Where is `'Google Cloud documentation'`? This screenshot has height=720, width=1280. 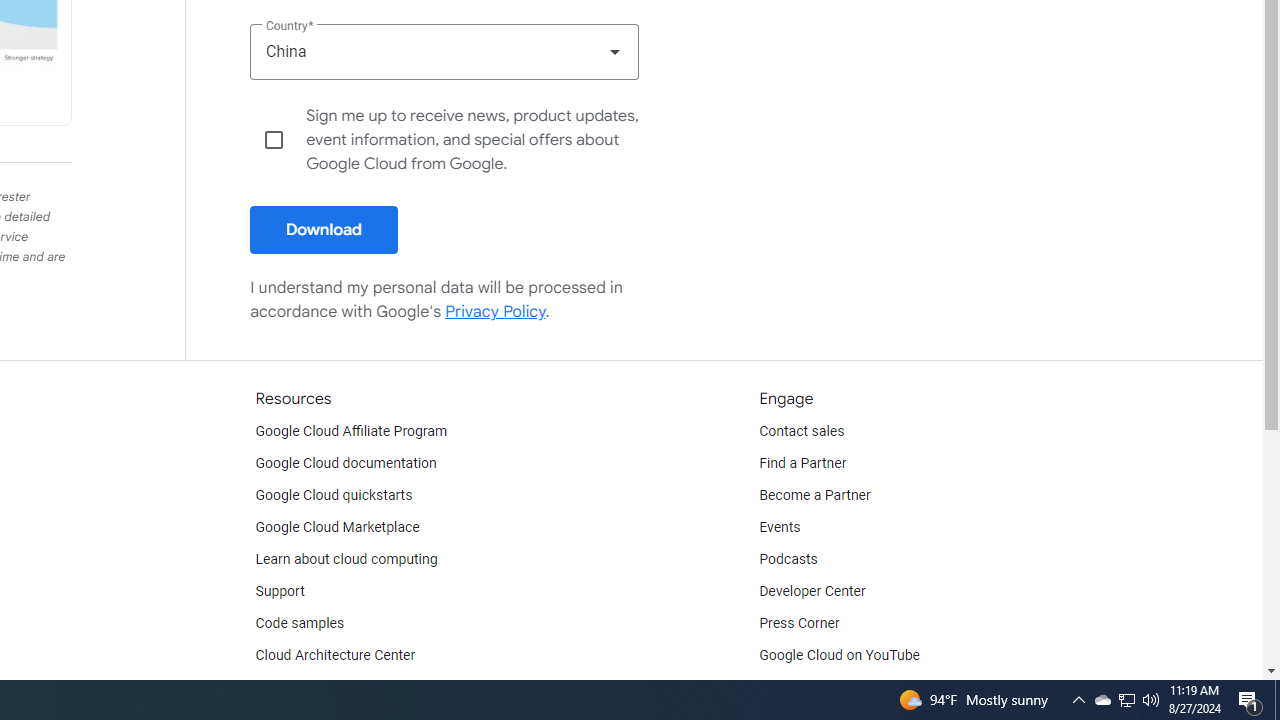 'Google Cloud documentation' is located at coordinates (345, 464).